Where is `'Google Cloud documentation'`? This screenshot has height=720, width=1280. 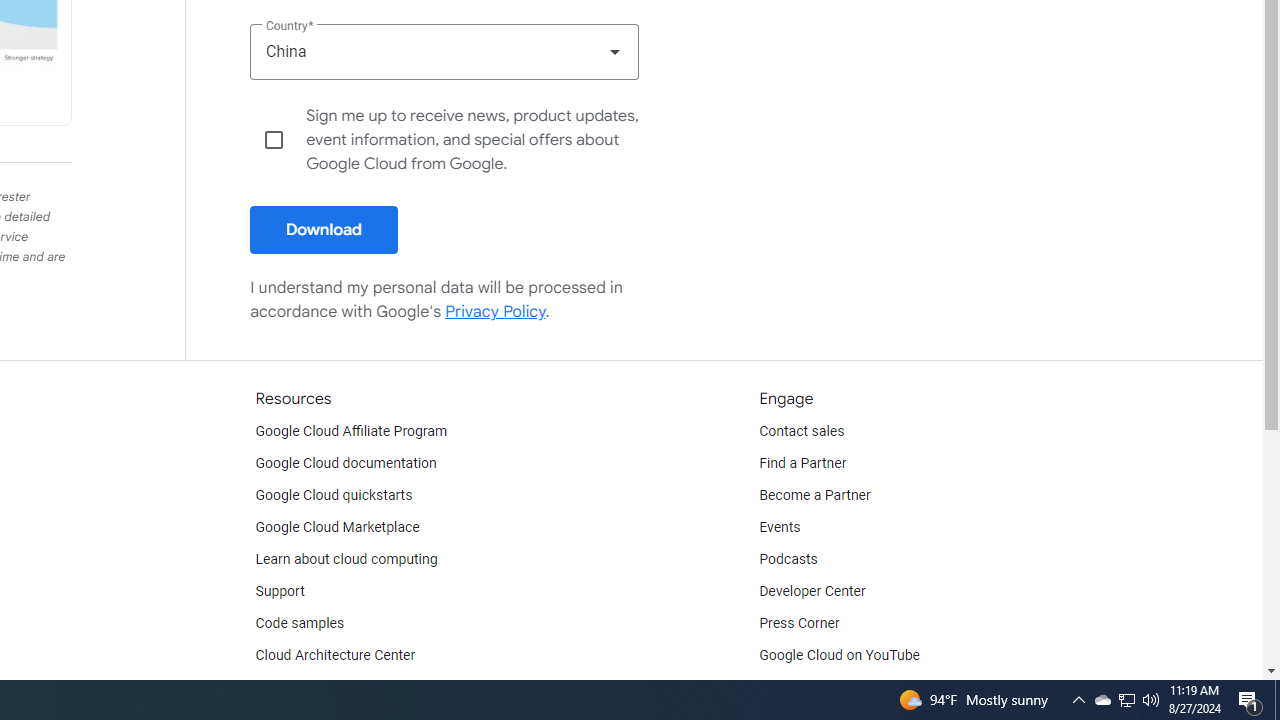 'Google Cloud documentation' is located at coordinates (345, 464).